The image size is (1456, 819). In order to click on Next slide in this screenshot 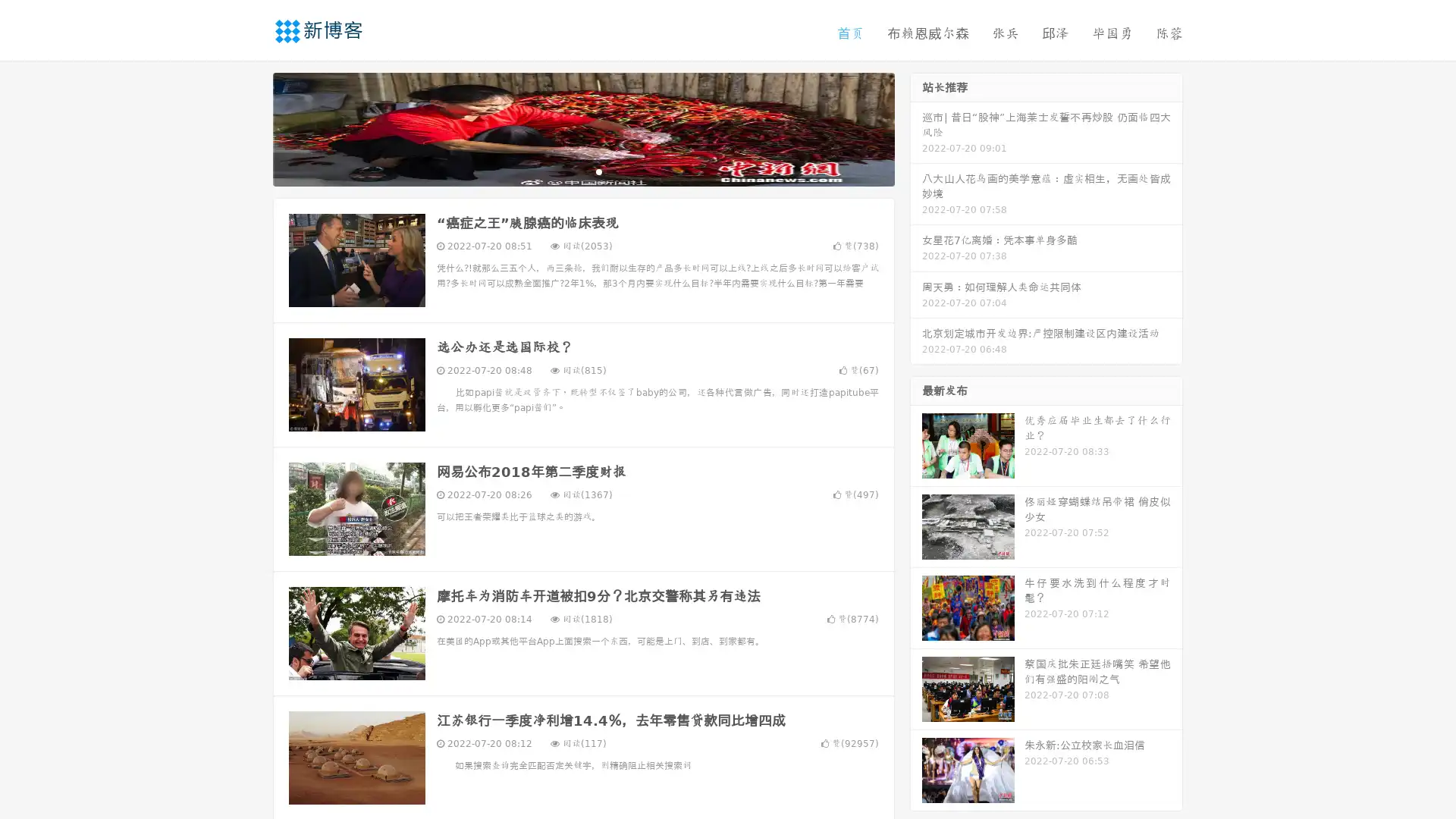, I will do `click(916, 127)`.